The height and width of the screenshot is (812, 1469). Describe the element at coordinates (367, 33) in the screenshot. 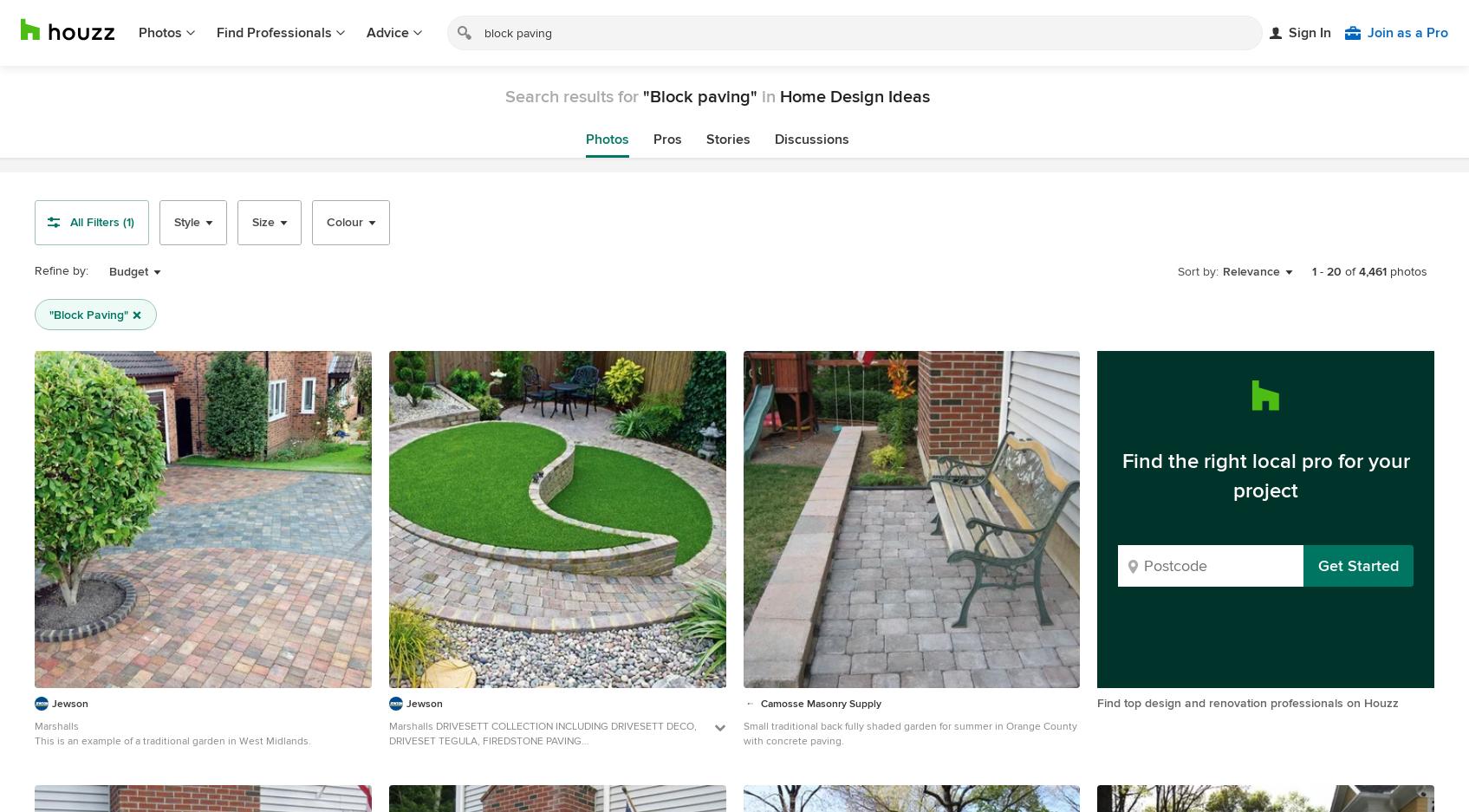

I see `'Advice'` at that location.